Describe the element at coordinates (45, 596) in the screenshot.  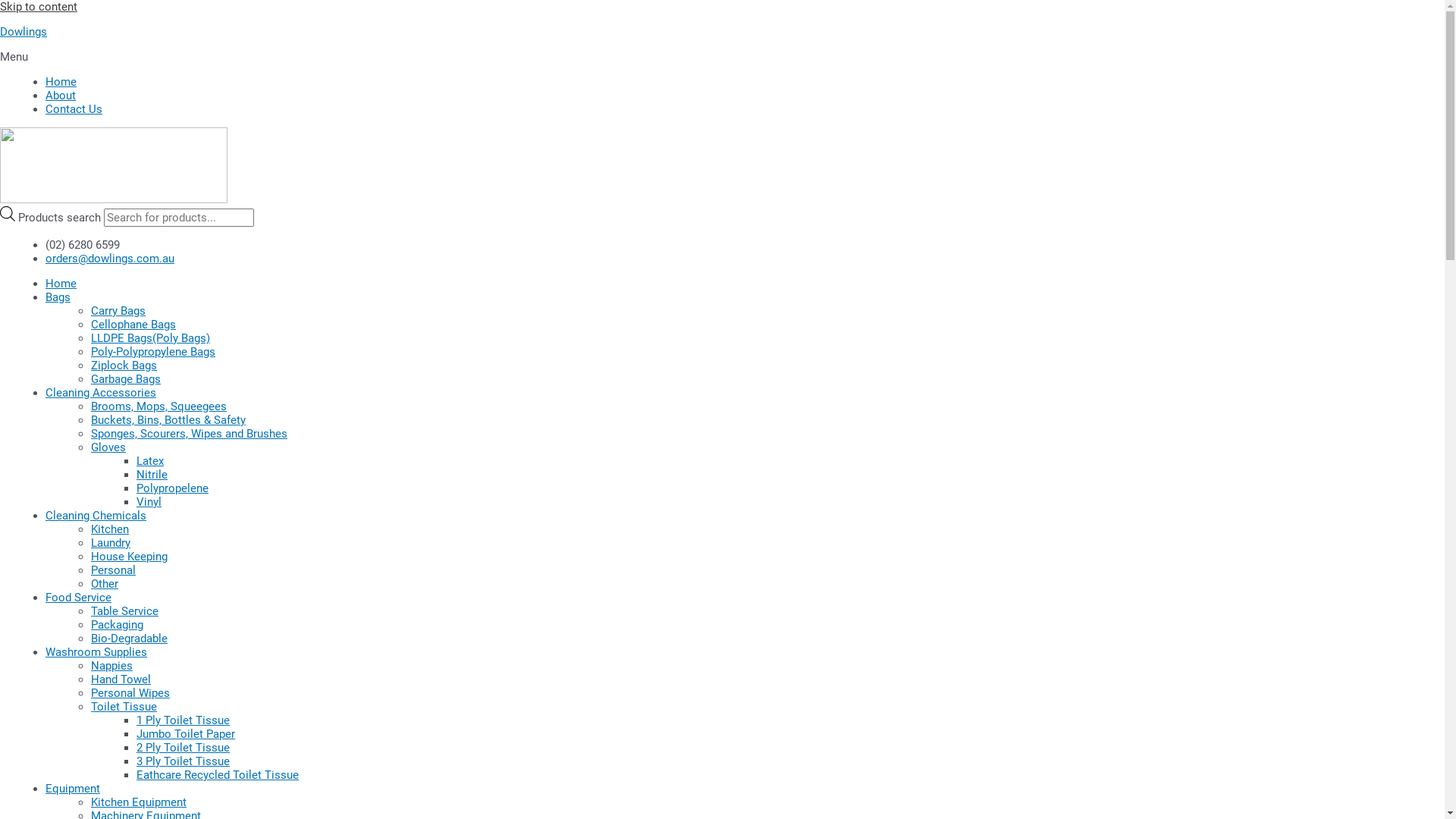
I see `'Food Service'` at that location.